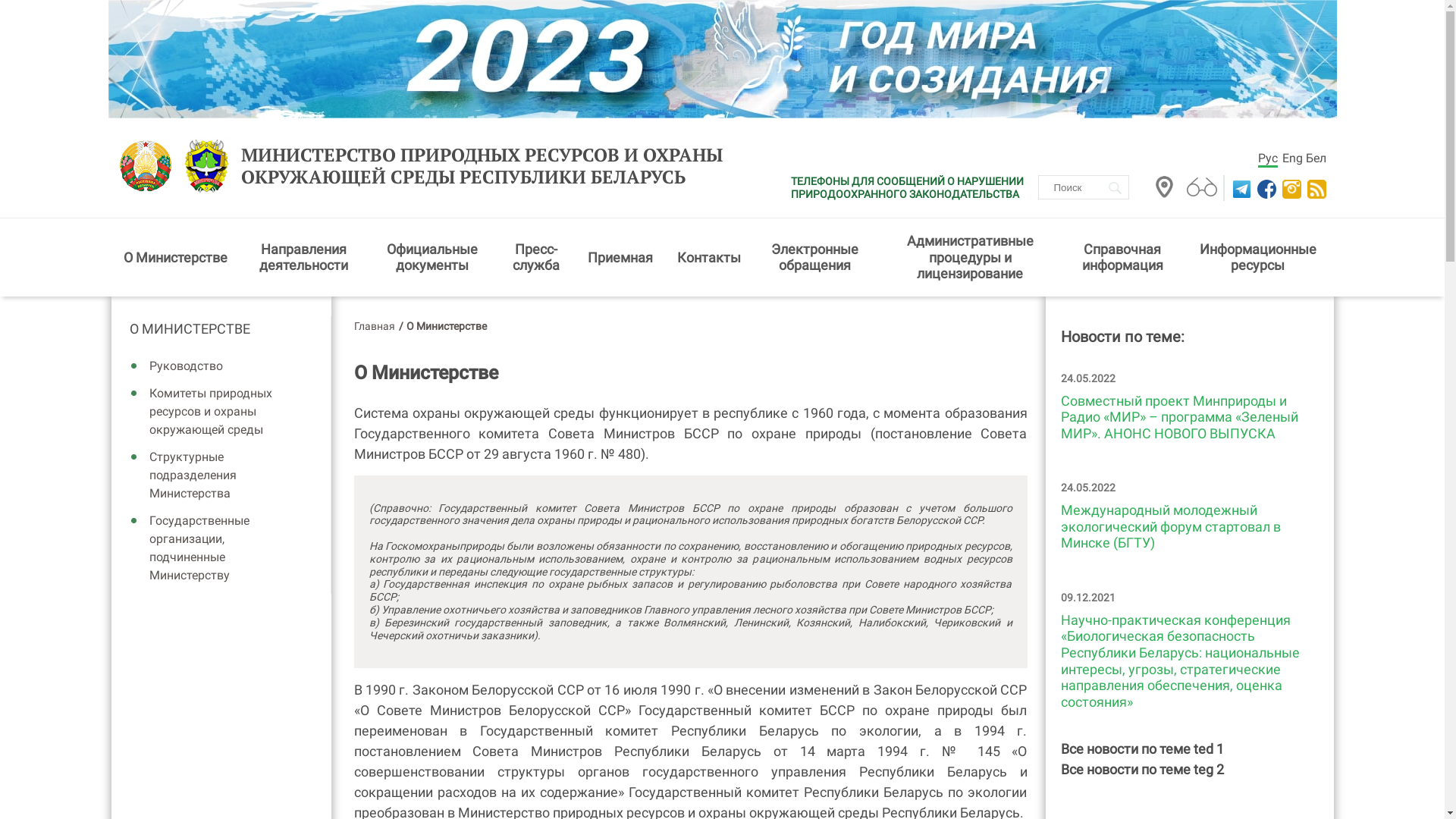 The width and height of the screenshot is (1456, 819). What do you see at coordinates (1314, 188) in the screenshot?
I see `'RSS'` at bounding box center [1314, 188].